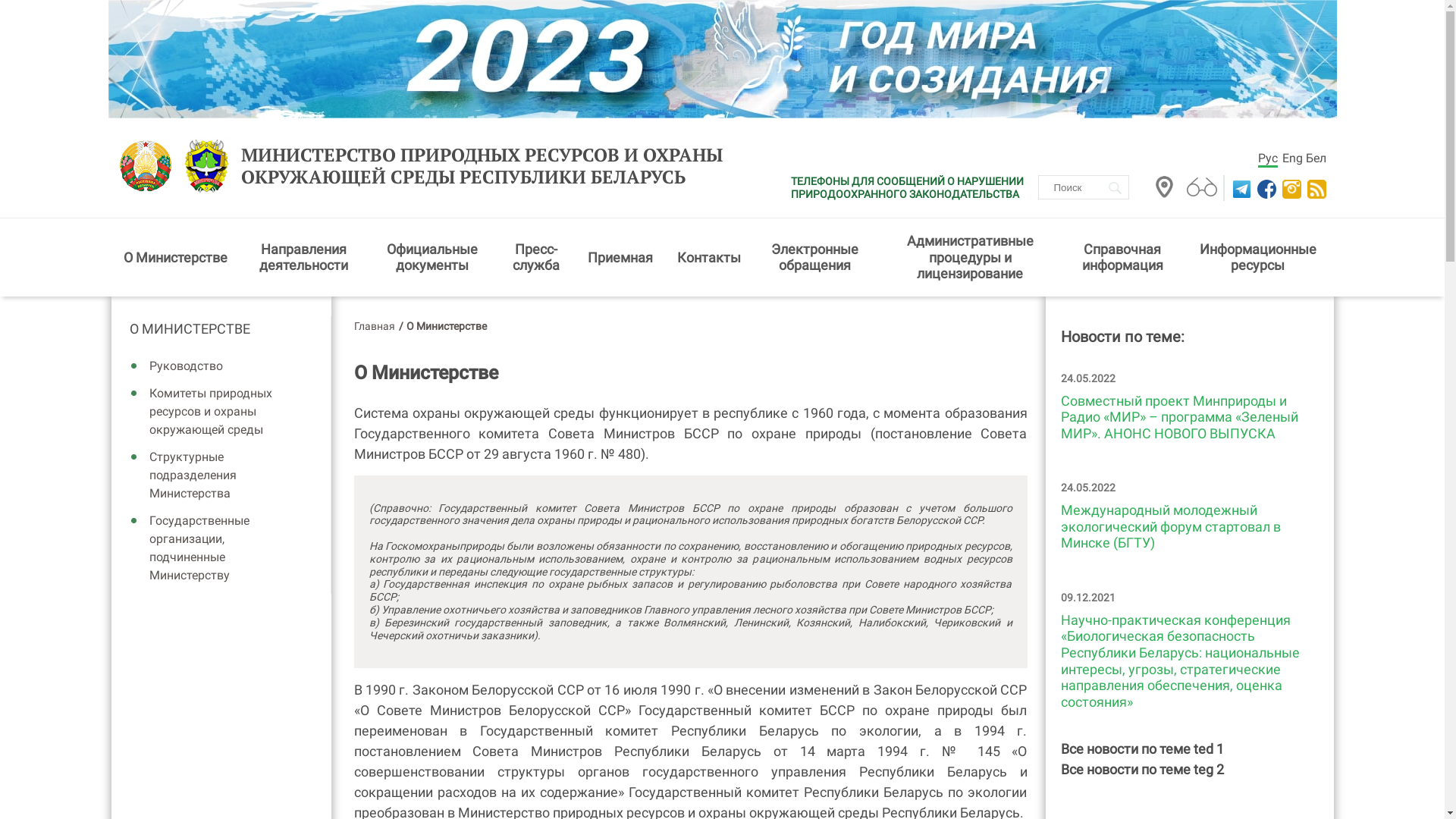 The width and height of the screenshot is (1456, 819). What do you see at coordinates (1314, 188) in the screenshot?
I see `'RSS'` at bounding box center [1314, 188].